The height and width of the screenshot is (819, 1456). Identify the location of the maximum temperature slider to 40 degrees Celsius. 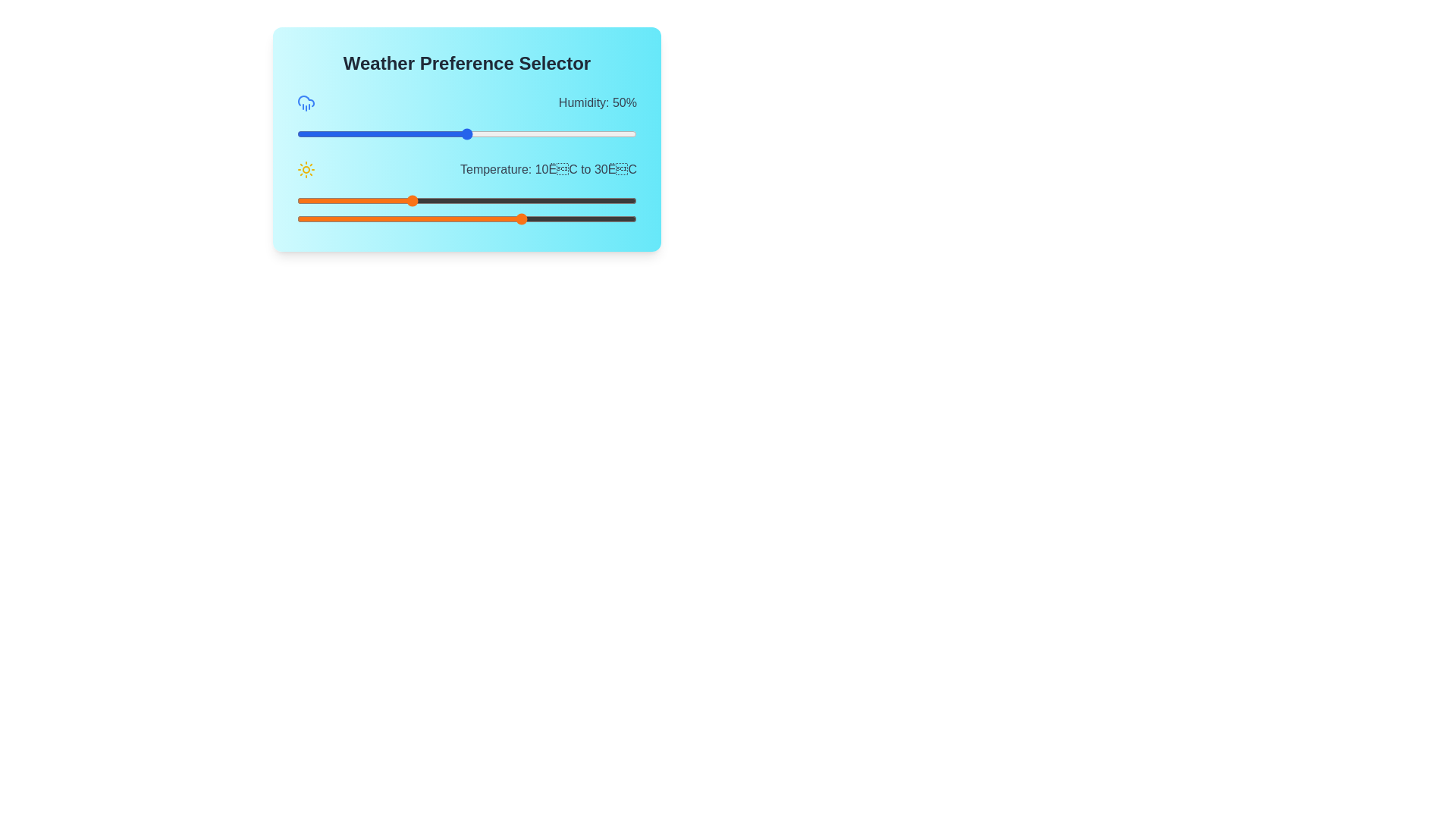
(579, 219).